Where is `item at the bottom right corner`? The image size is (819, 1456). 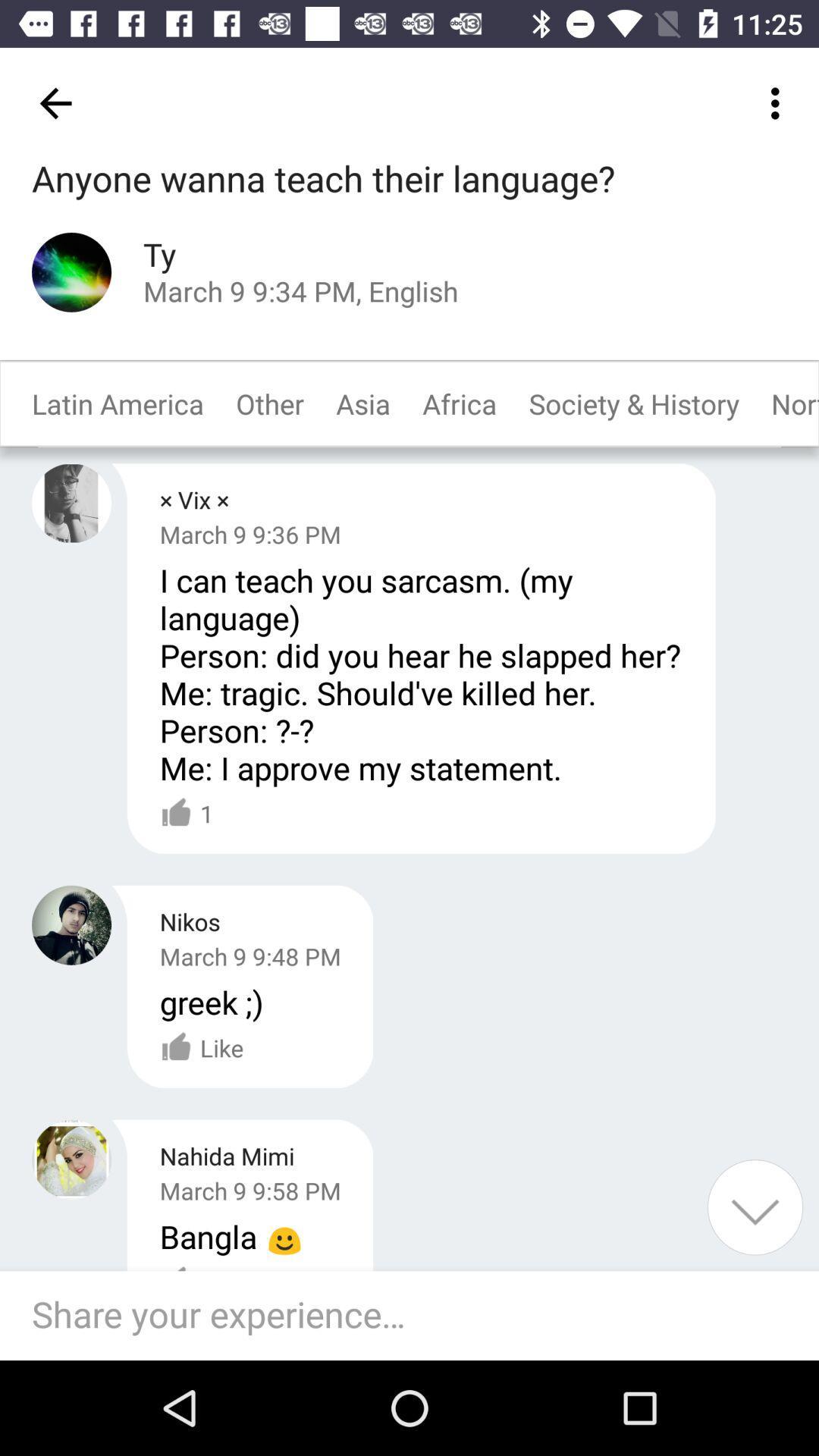 item at the bottom right corner is located at coordinates (755, 1207).